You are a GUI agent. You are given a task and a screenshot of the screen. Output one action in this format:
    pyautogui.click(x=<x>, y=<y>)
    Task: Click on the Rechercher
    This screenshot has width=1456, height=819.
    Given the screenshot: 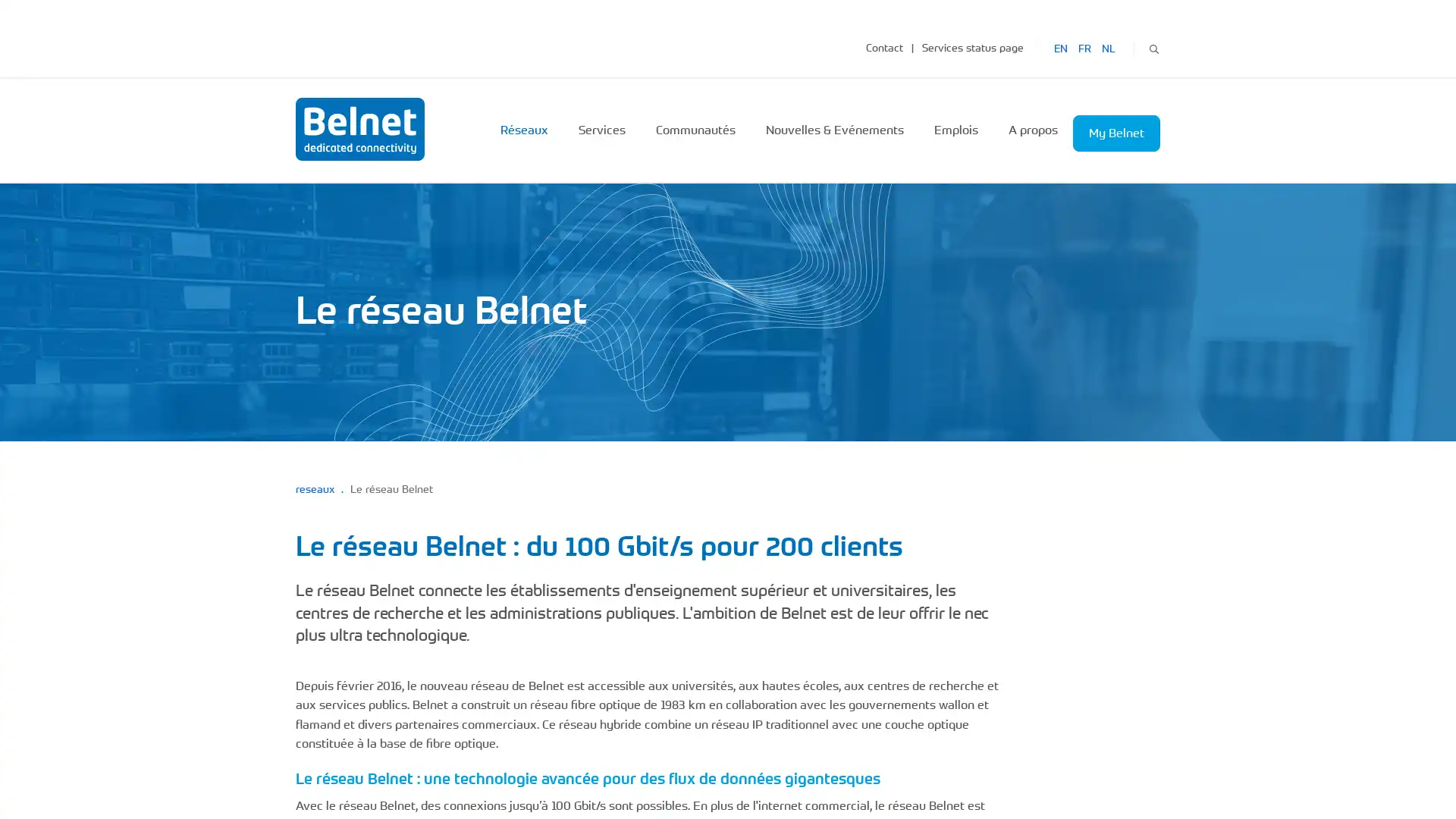 What is the action you would take?
    pyautogui.click(x=1153, y=46)
    